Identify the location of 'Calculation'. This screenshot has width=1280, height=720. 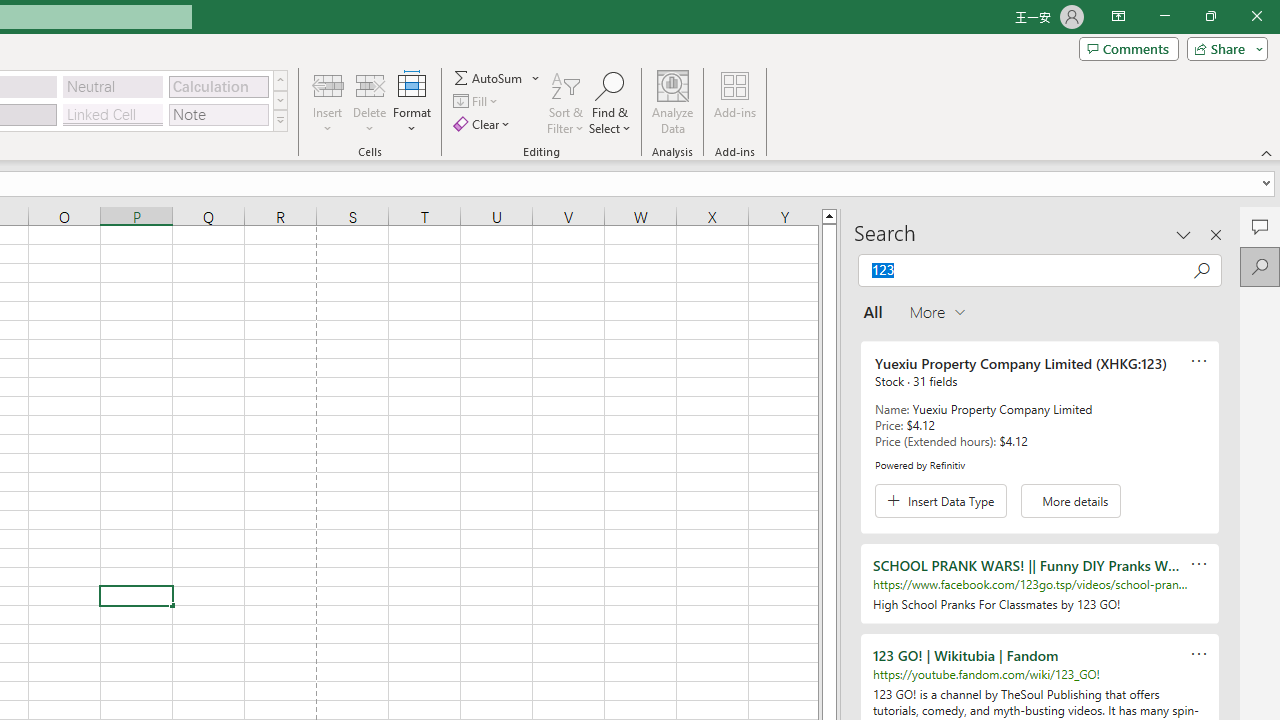
(218, 85).